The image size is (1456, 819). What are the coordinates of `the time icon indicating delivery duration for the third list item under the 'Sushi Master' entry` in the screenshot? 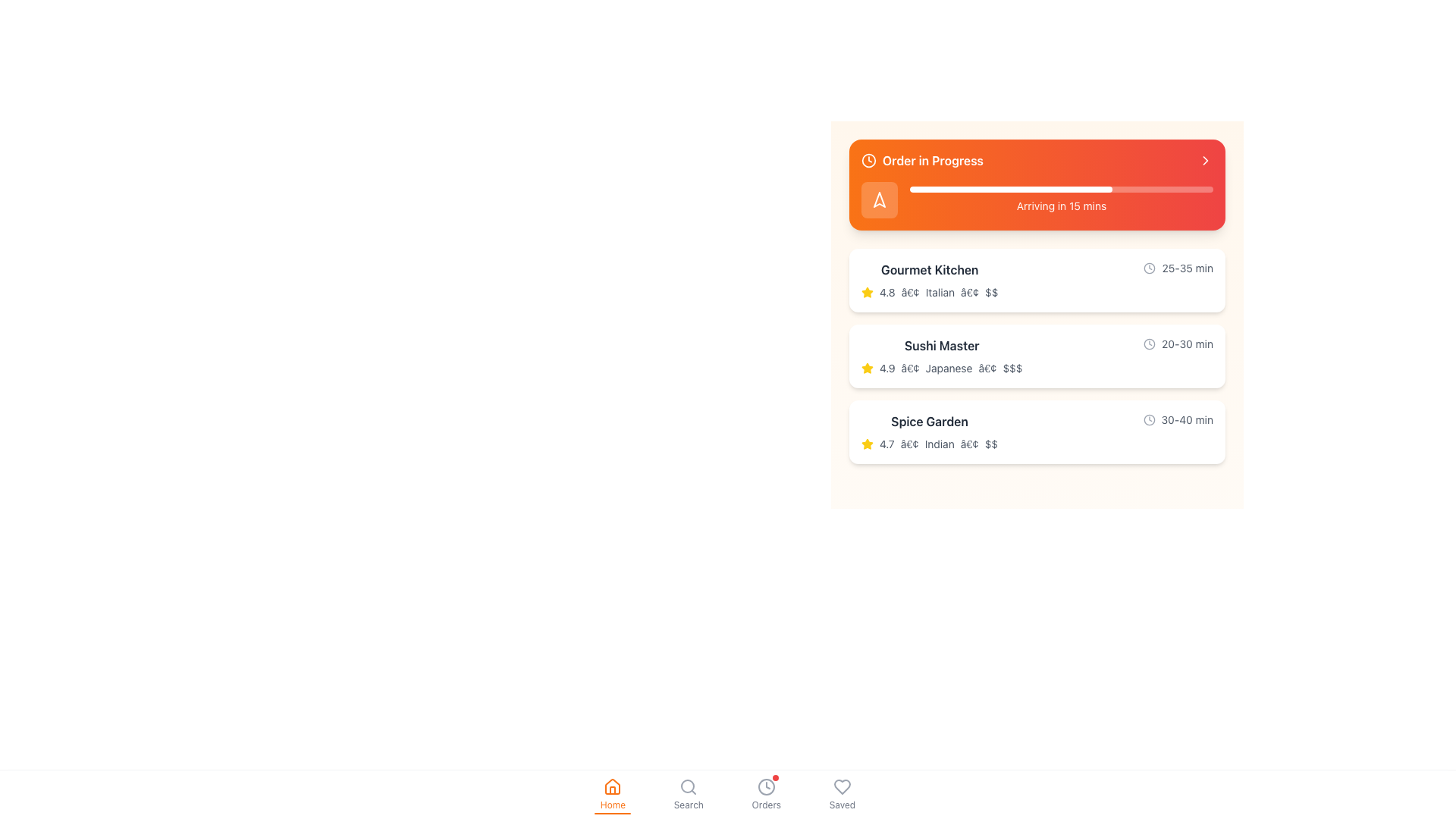 It's located at (1150, 344).